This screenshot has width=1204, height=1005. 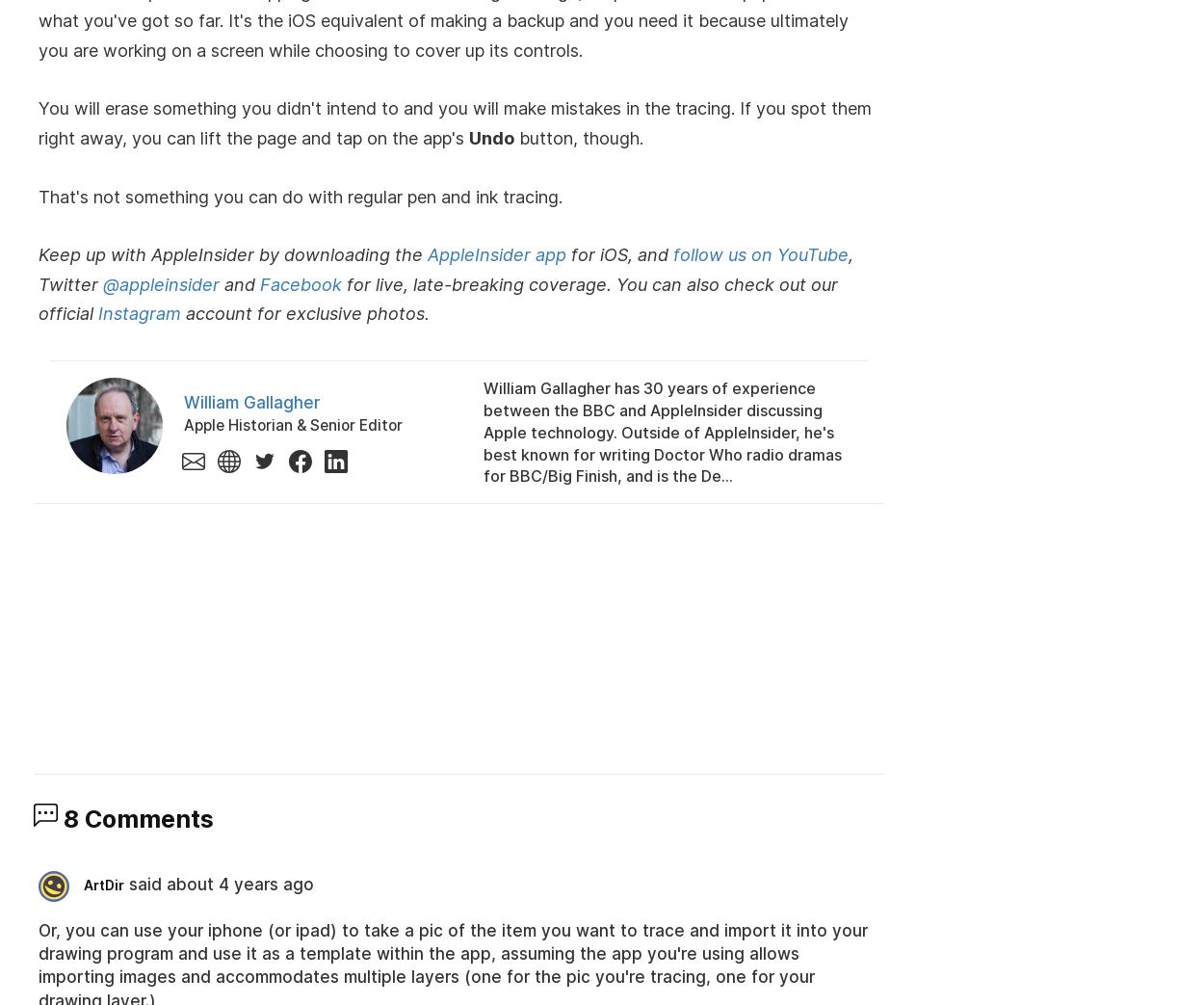 I want to click on 'for live, late-breaking coverage. You can also check out our official', so click(x=437, y=297).